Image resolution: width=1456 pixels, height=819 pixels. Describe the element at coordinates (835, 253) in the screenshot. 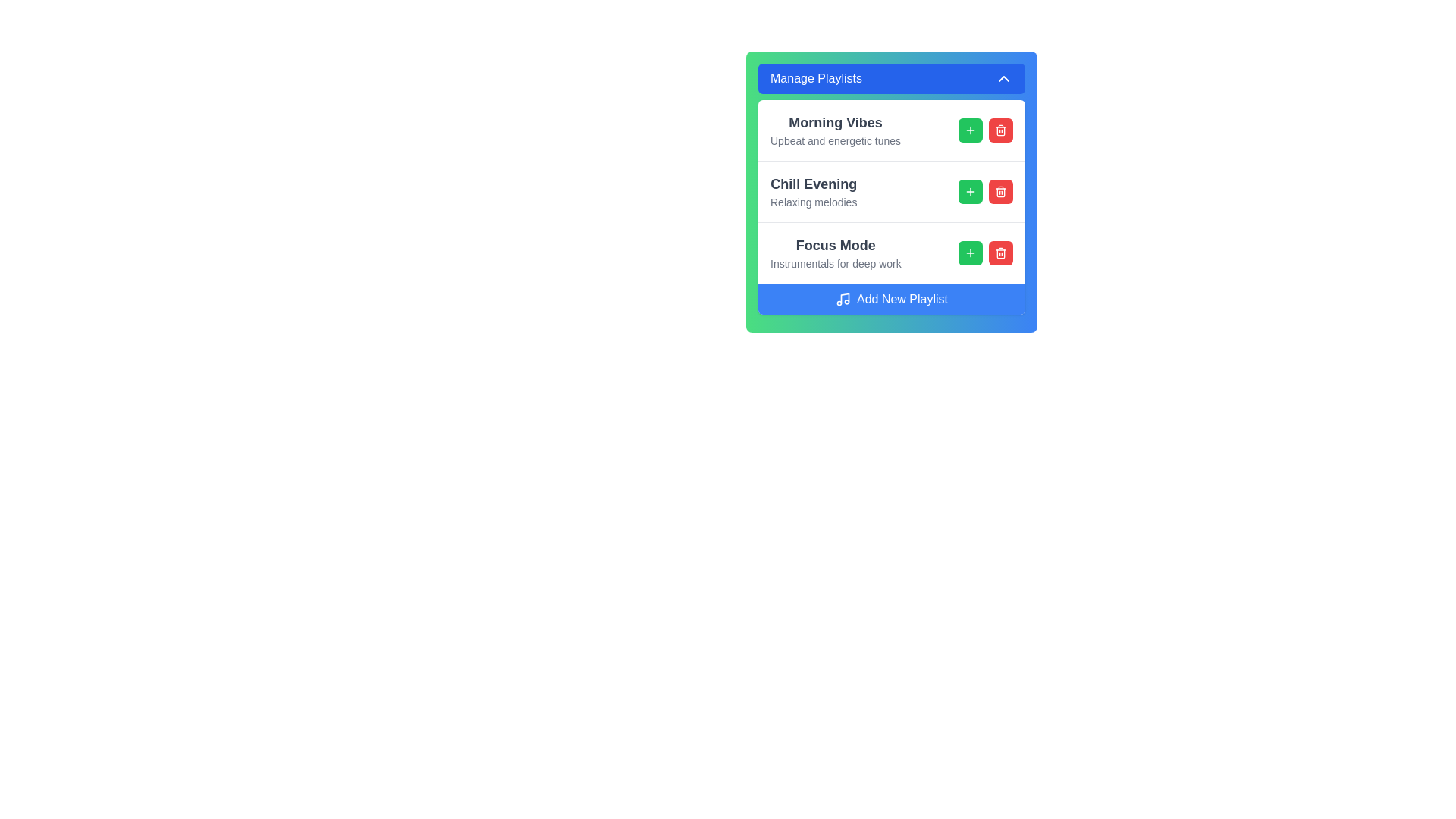

I see `the text block displaying 'Focus Mode' and its subtitle 'Instrumentals for deep work', which is the third item in the vertical playlist section` at that location.